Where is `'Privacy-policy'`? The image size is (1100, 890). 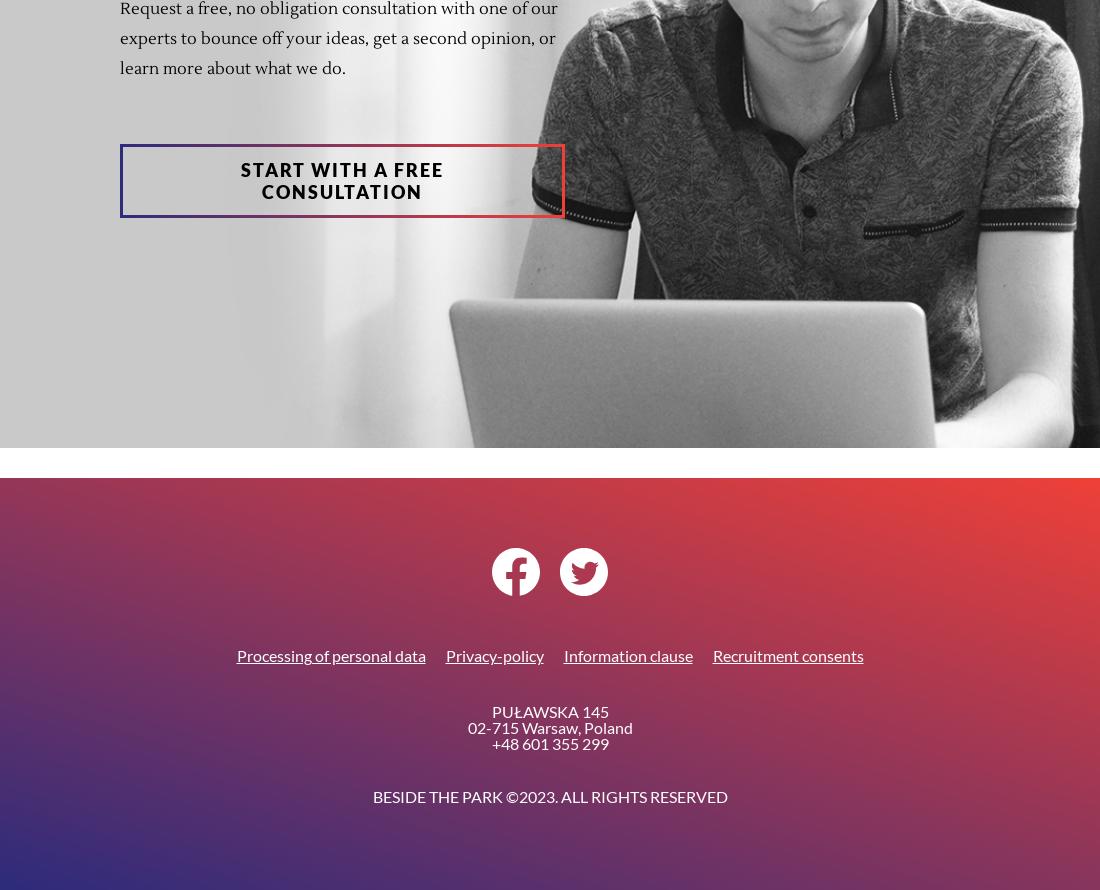 'Privacy-policy' is located at coordinates (443, 655).